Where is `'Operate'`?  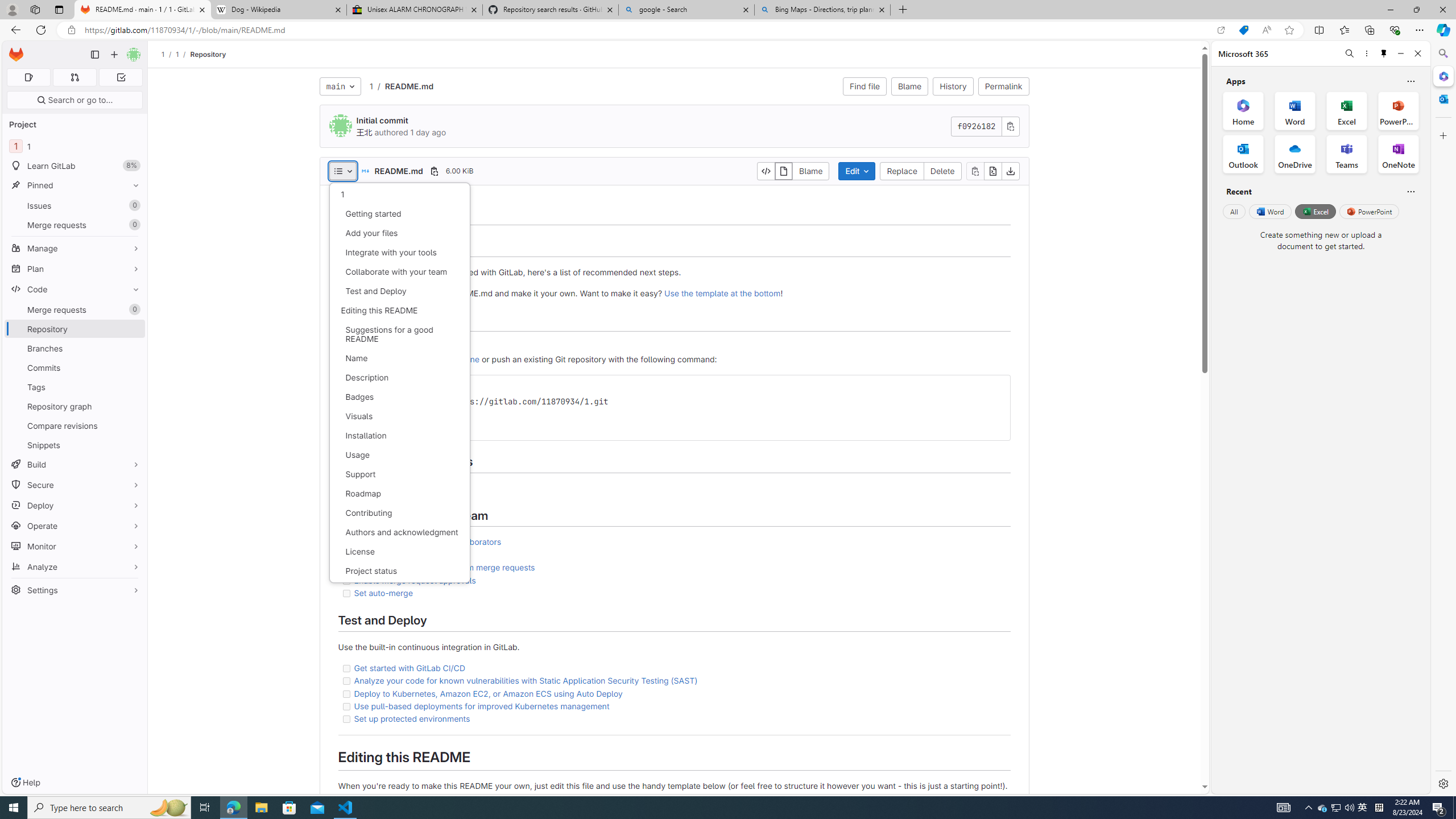
'Operate' is located at coordinates (74, 525).